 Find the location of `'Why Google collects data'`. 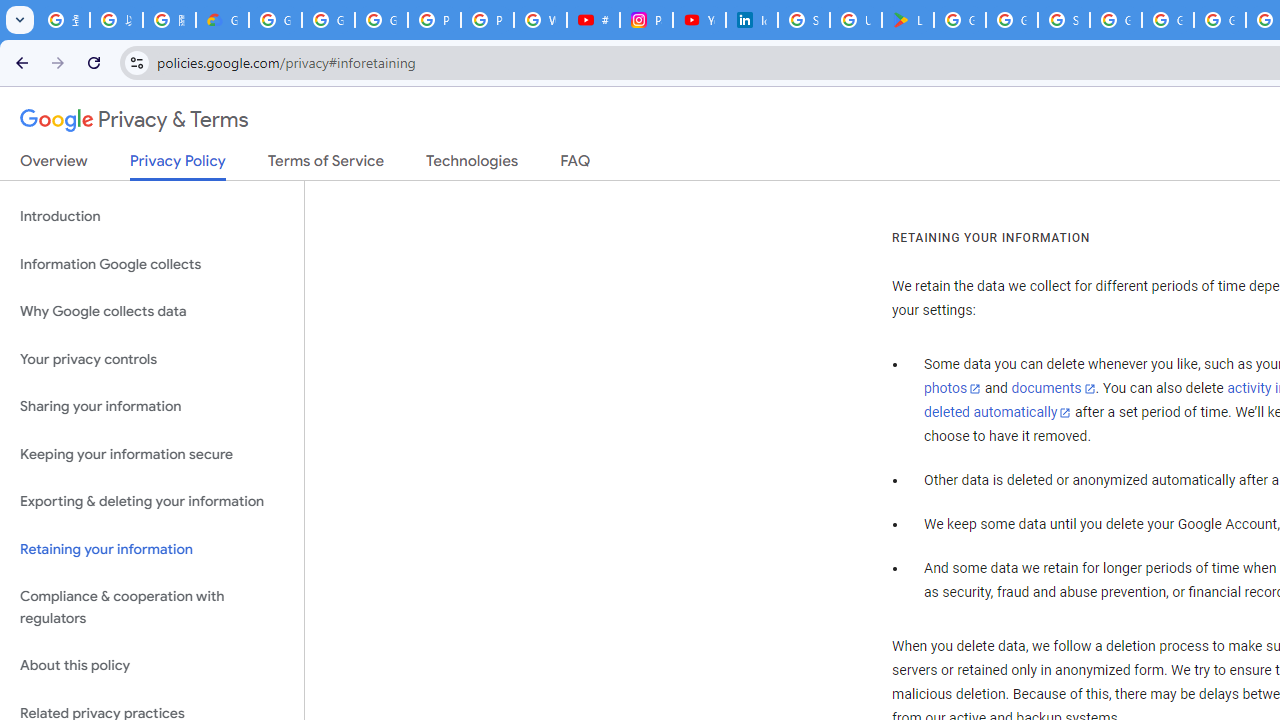

'Why Google collects data' is located at coordinates (151, 312).